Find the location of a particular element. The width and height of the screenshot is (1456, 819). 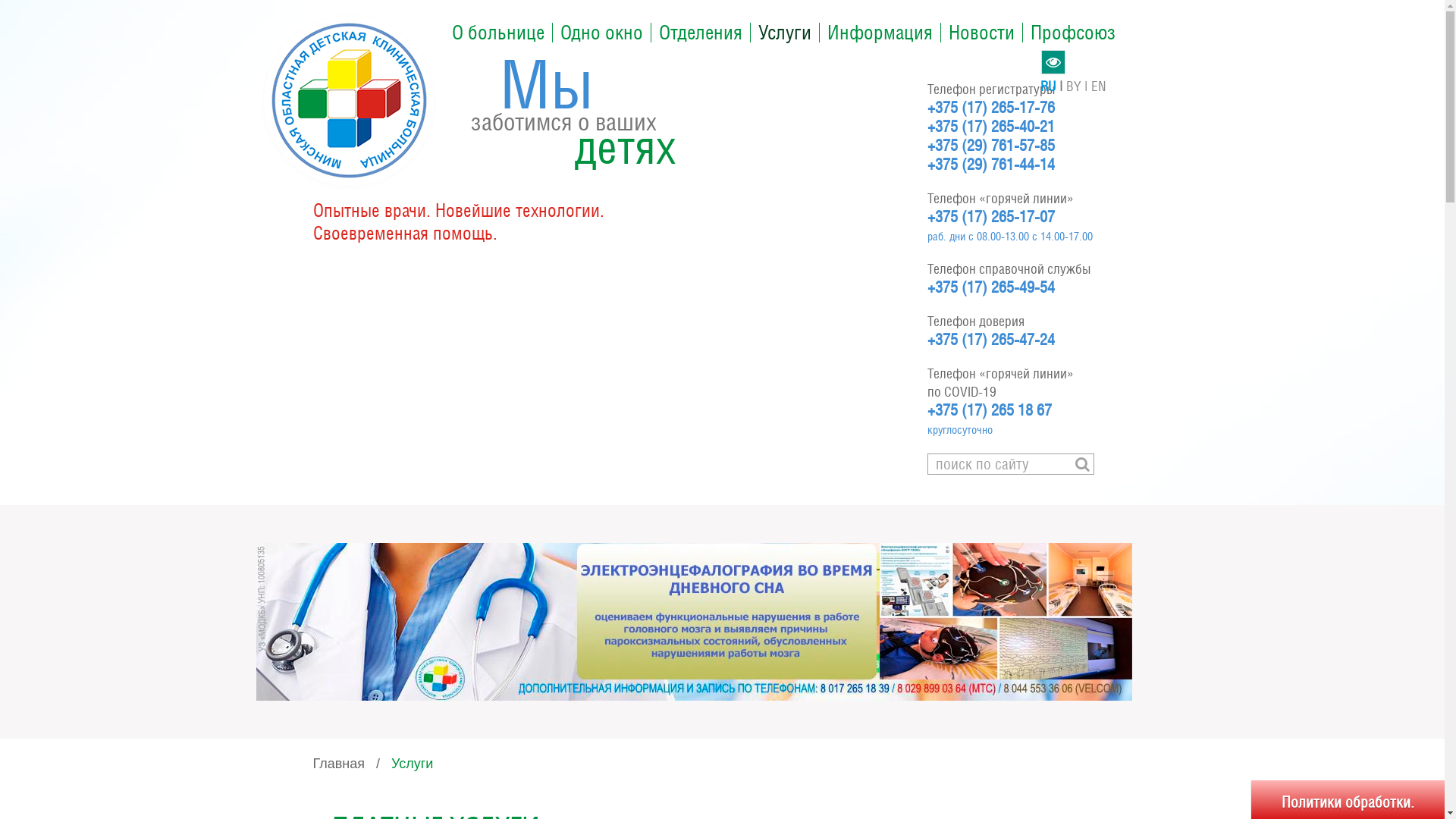

'RU' is located at coordinates (1052, 86).